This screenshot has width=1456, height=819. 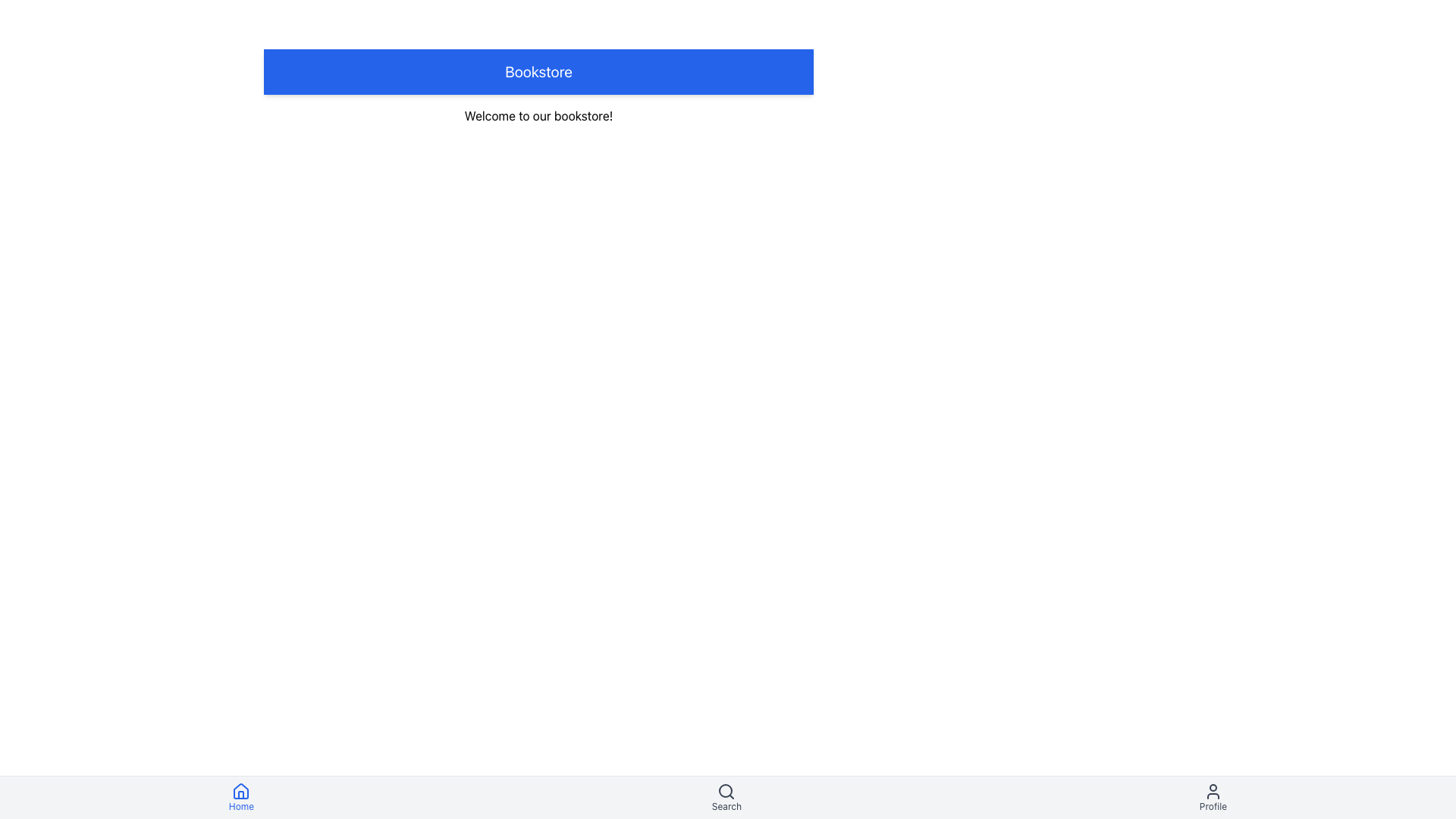 What do you see at coordinates (726, 791) in the screenshot?
I see `the magnifying glass icon in the bottom navigation bar` at bounding box center [726, 791].